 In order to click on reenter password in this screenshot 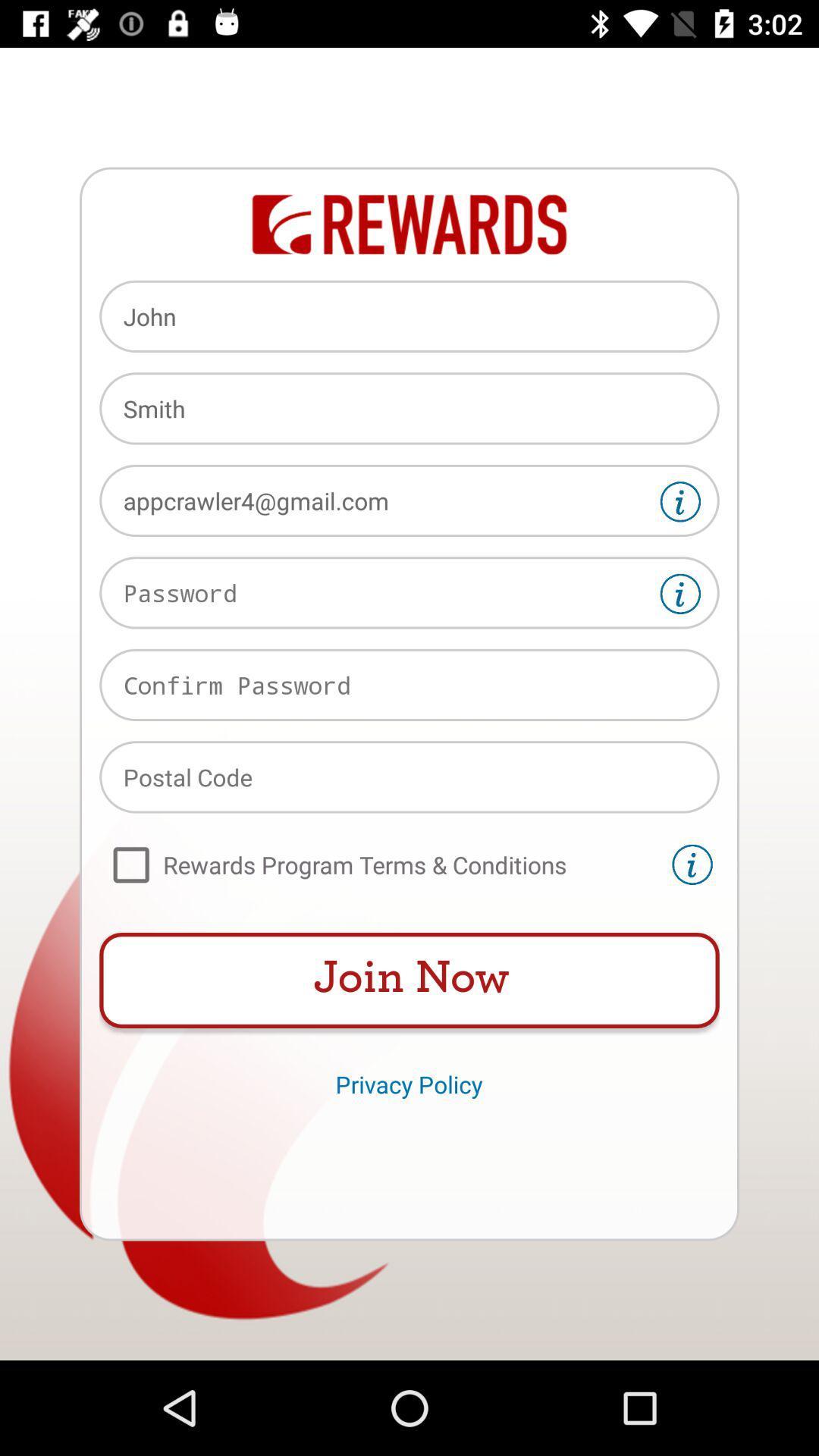, I will do `click(409, 684)`.